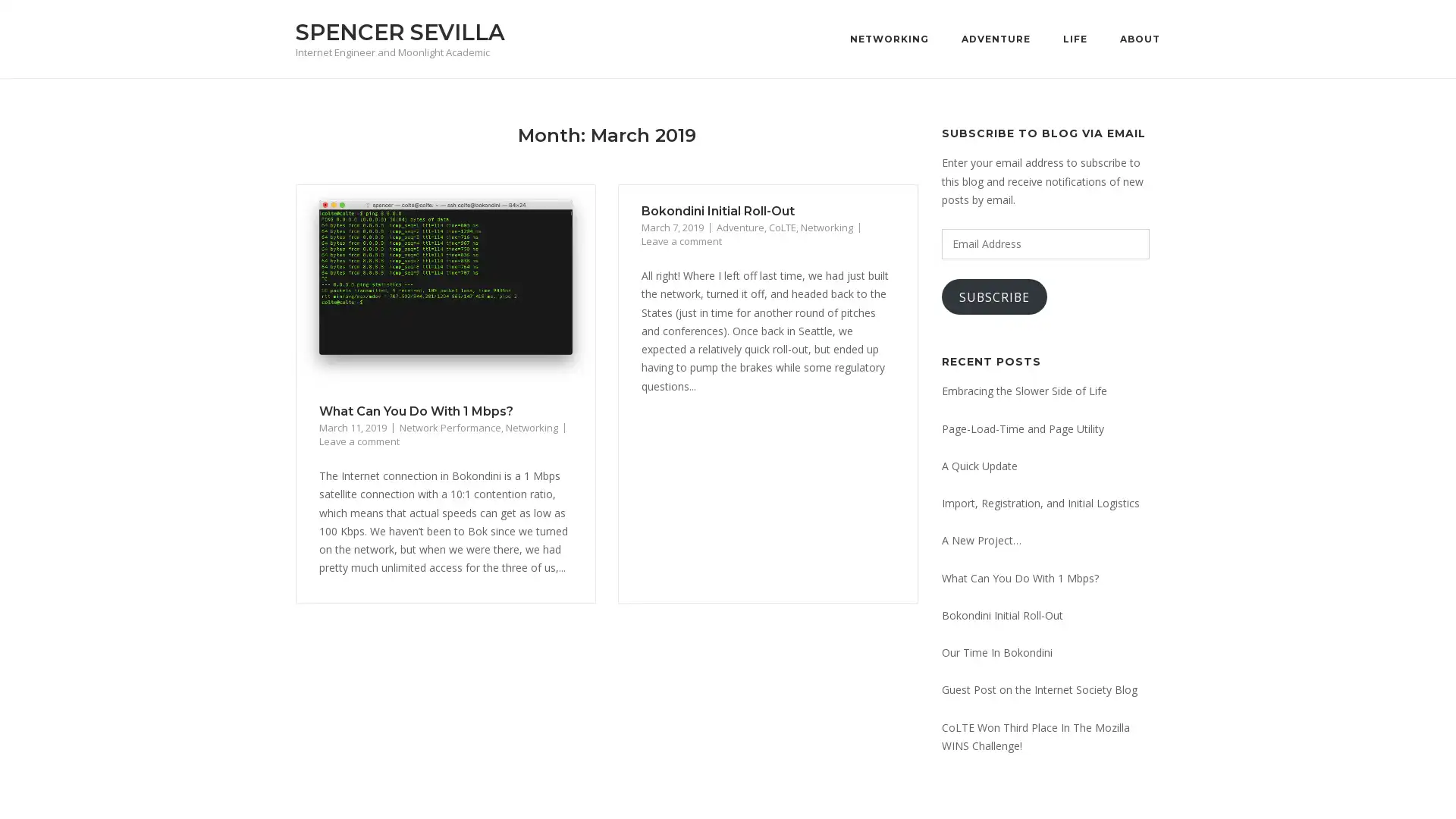  What do you see at coordinates (994, 297) in the screenshot?
I see `SUBSCRIBE` at bounding box center [994, 297].